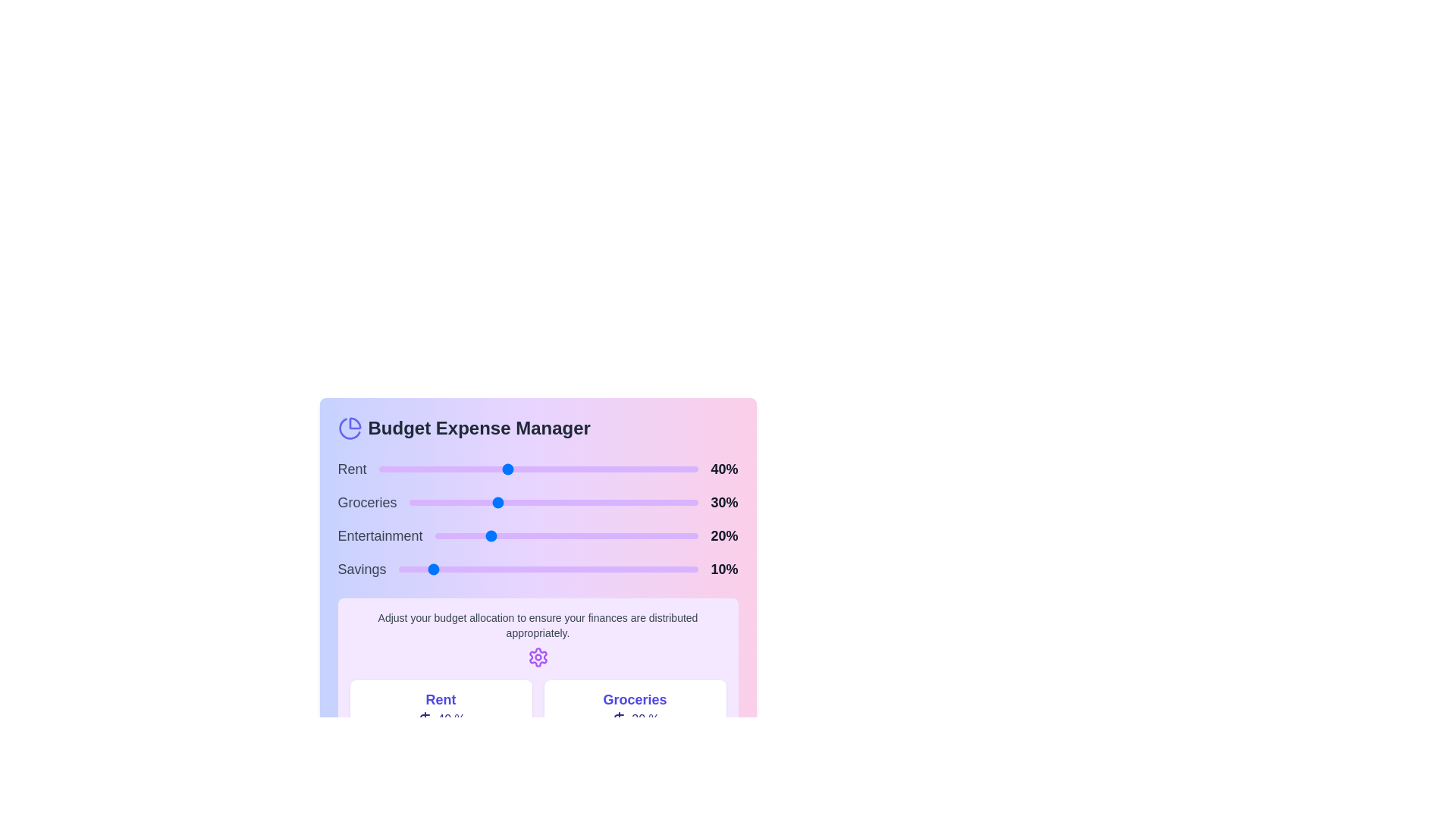 This screenshot has height=819, width=1456. Describe the element at coordinates (538, 657) in the screenshot. I see `the settings icon to open the settings menu` at that location.